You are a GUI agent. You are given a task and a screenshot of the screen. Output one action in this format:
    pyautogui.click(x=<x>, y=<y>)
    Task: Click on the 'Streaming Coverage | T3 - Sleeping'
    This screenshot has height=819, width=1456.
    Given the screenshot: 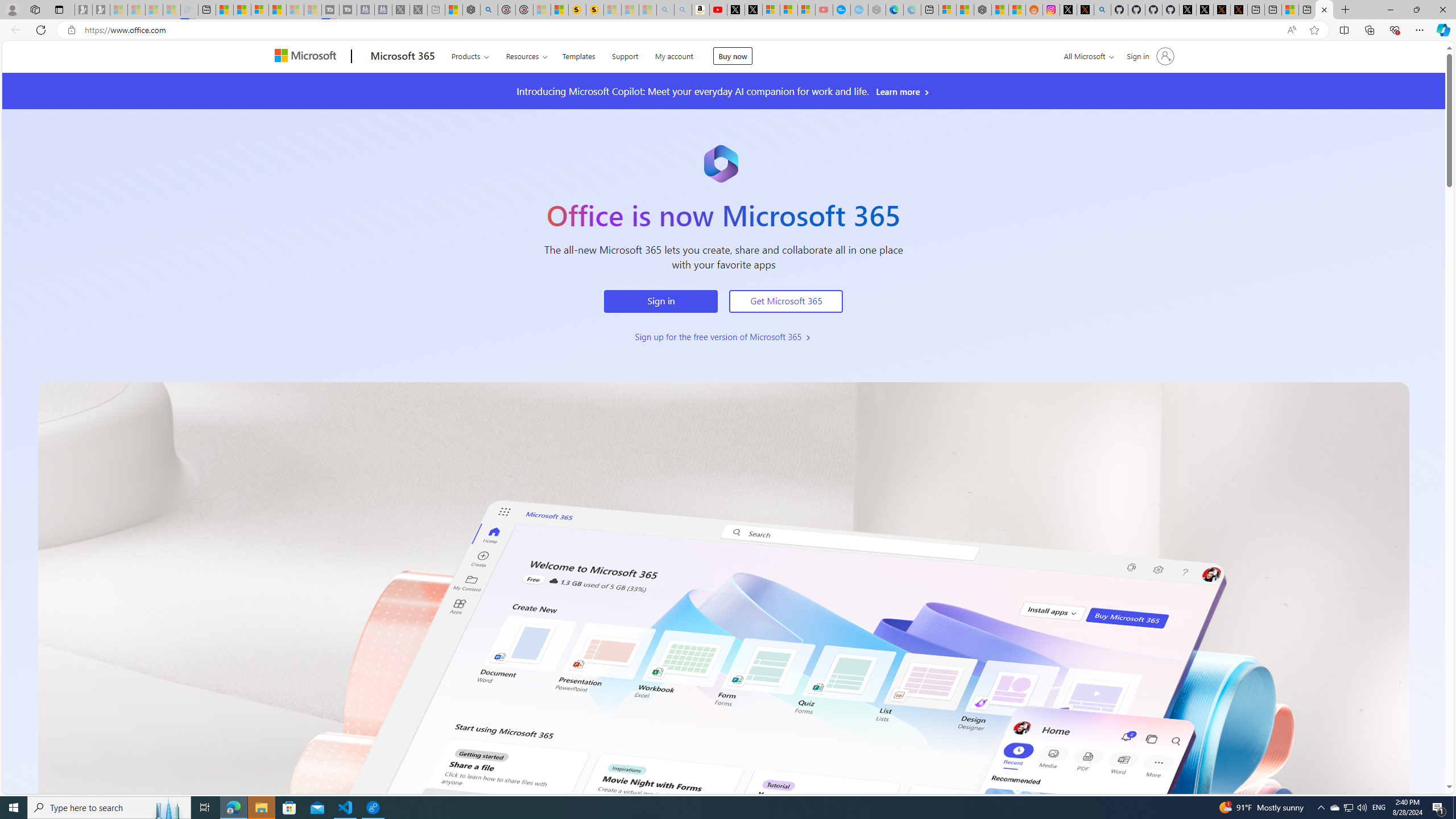 What is the action you would take?
    pyautogui.click(x=330, y=9)
    